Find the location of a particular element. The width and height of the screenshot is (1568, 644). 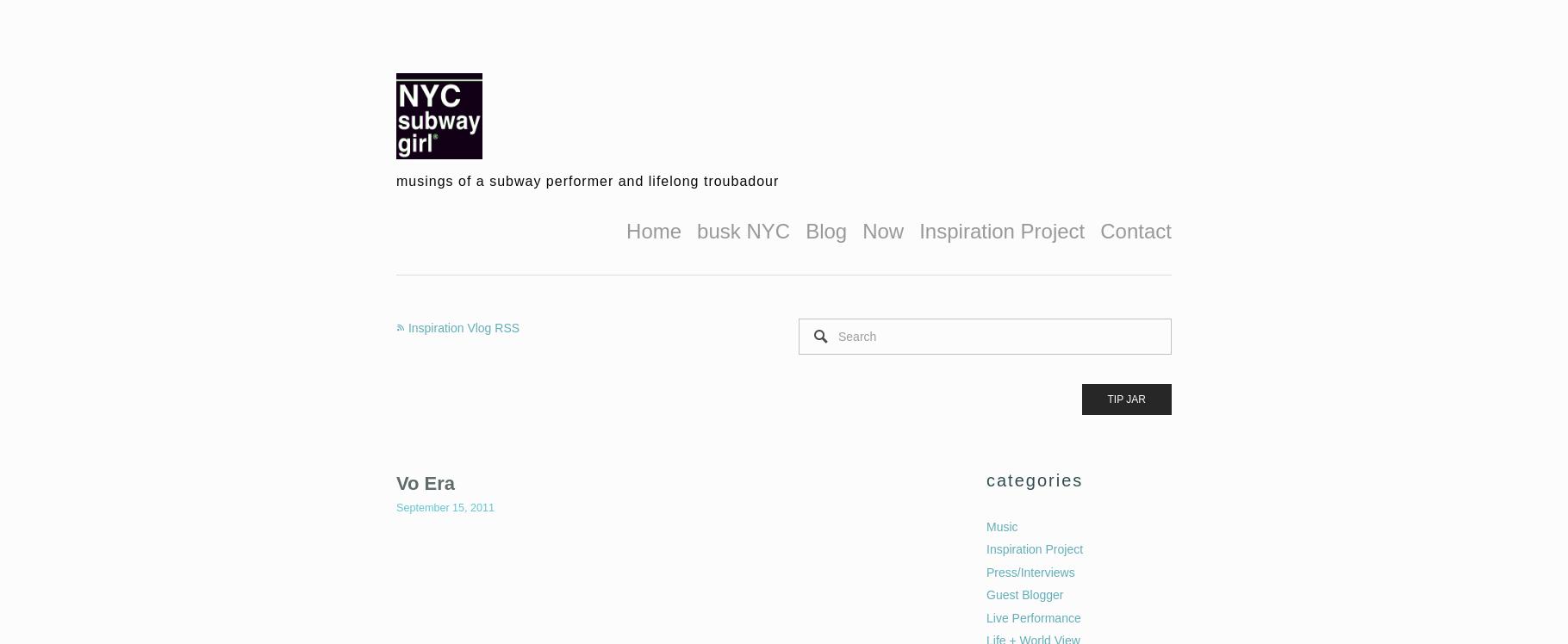

'September 15, 2011' is located at coordinates (395, 508).